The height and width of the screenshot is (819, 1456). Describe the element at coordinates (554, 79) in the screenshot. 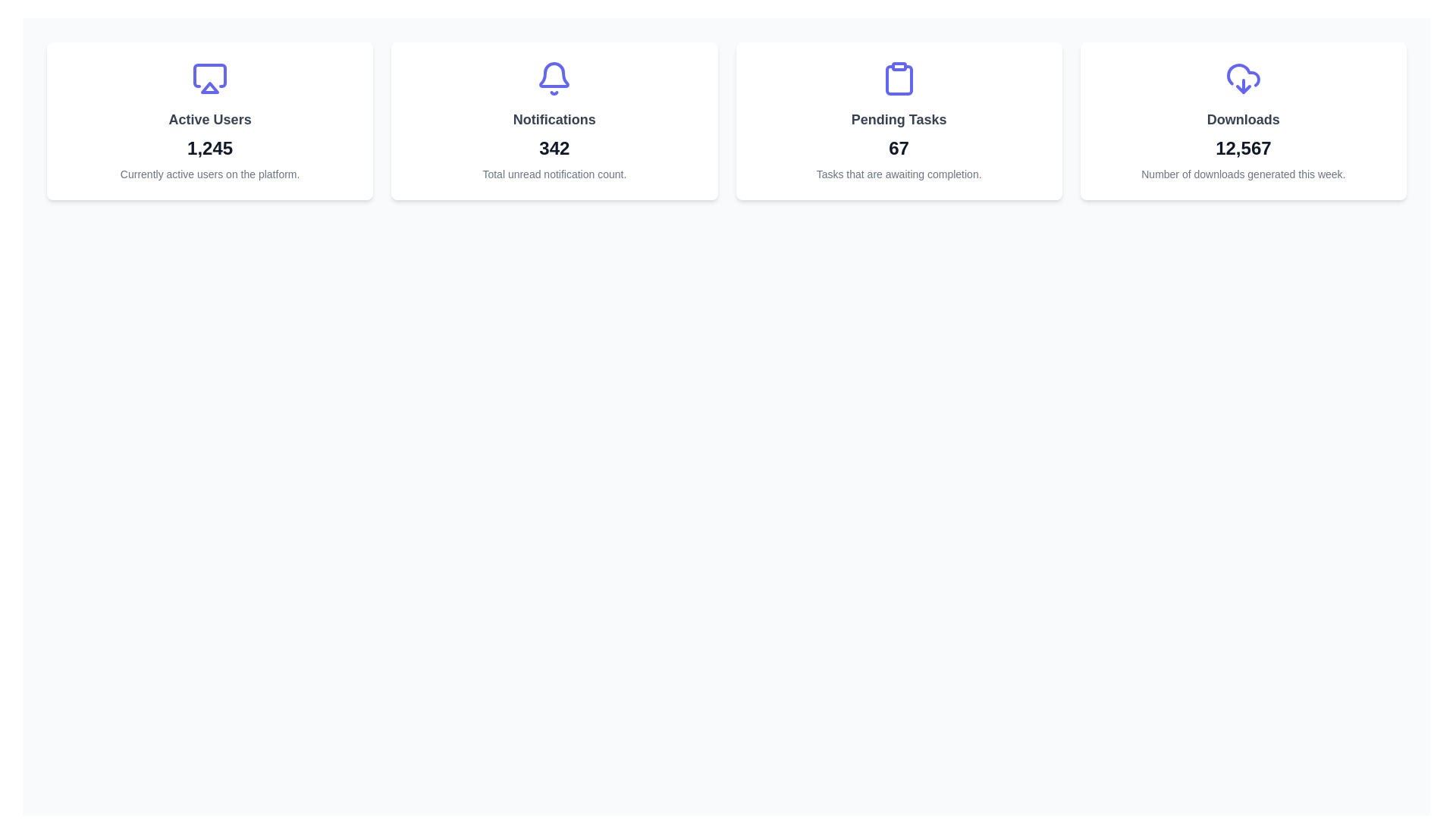

I see `the bell icon which is filled with blue color and has a stroke outline, located at the center of the Notifications card above the 'Notifications' label` at that location.